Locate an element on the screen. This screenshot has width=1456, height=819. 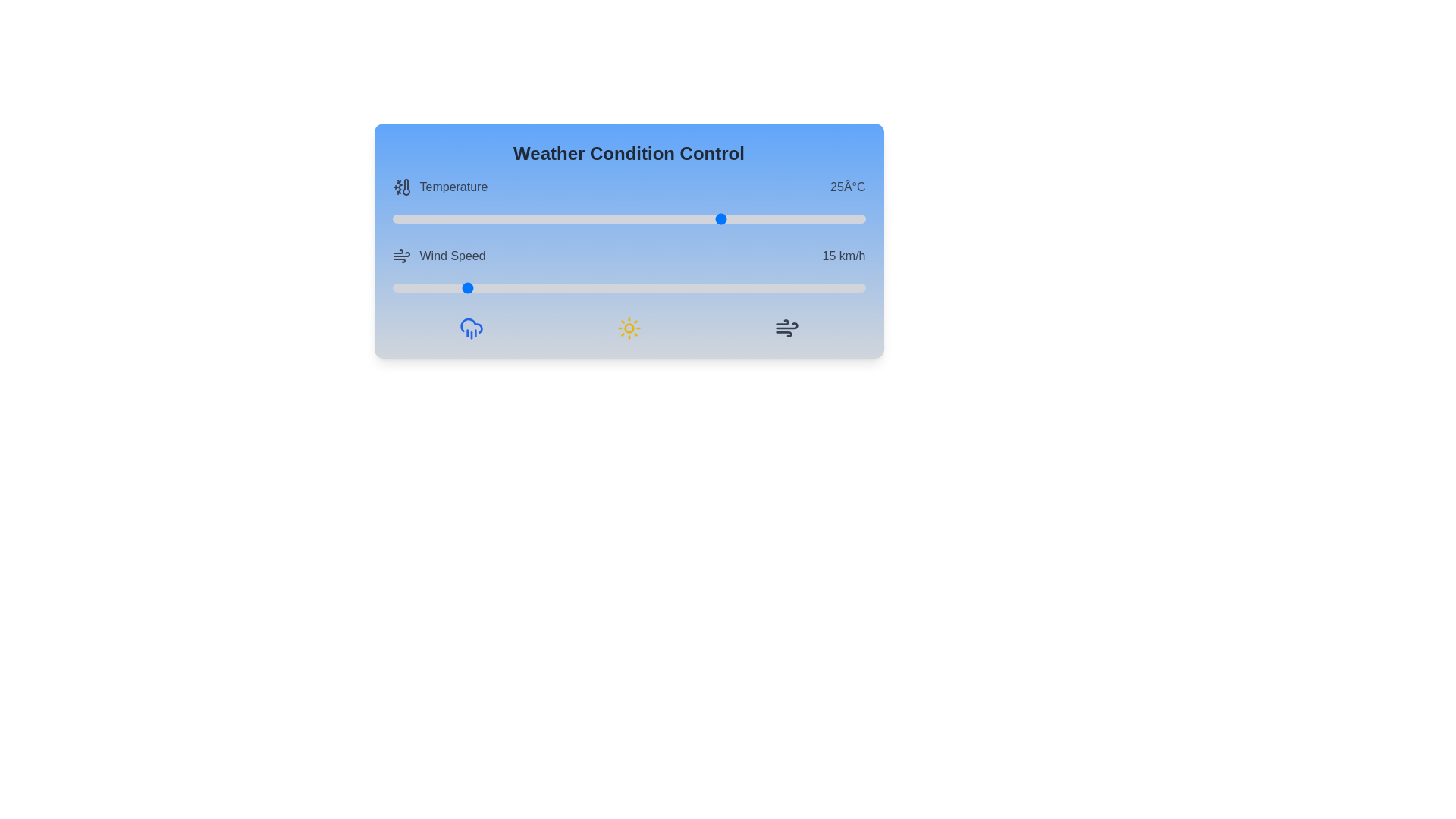
the wind speed slider to 42 km/h is located at coordinates (590, 288).